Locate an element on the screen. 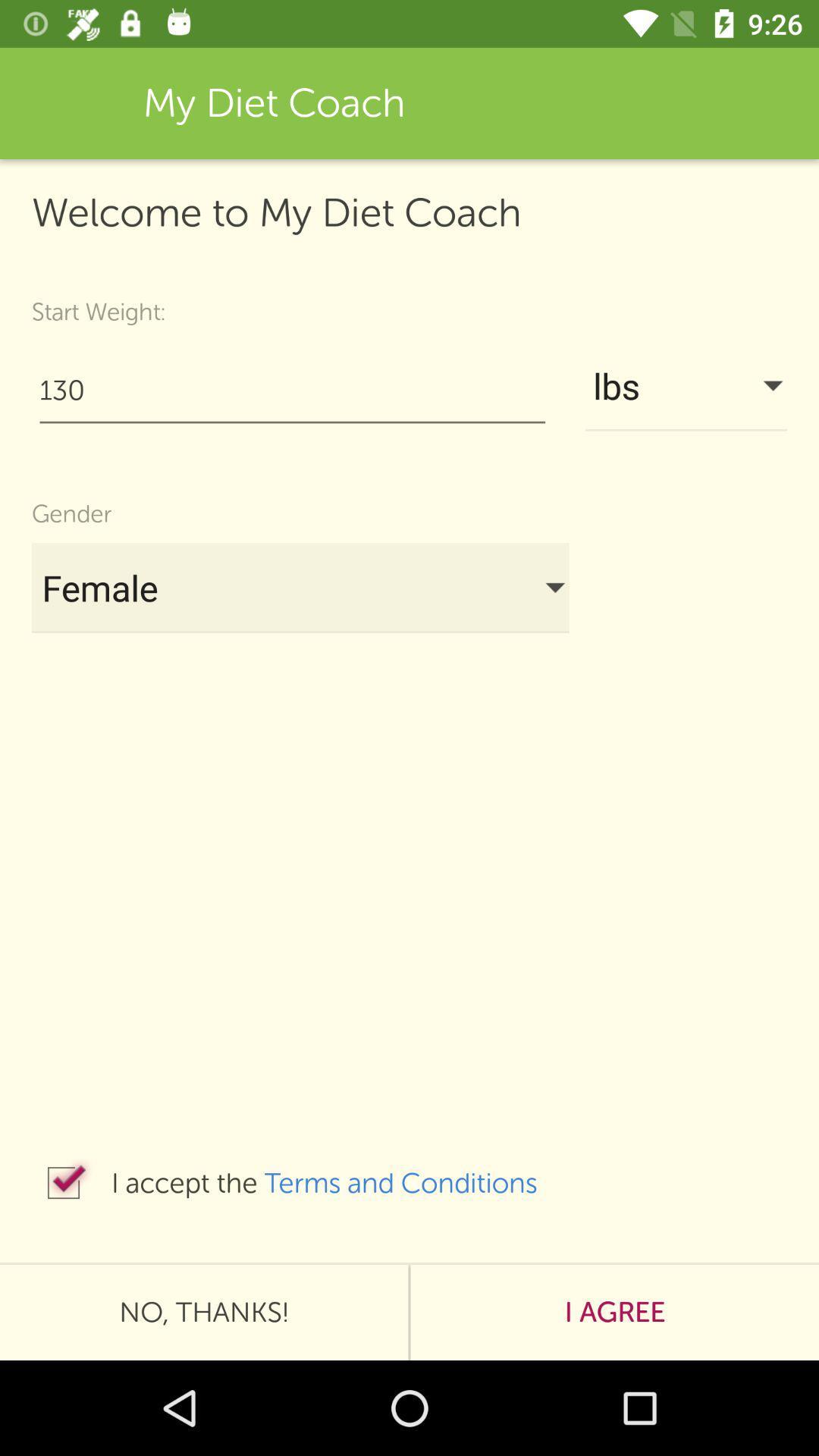 Image resolution: width=819 pixels, height=1456 pixels. the i agree icon is located at coordinates (614, 1312).